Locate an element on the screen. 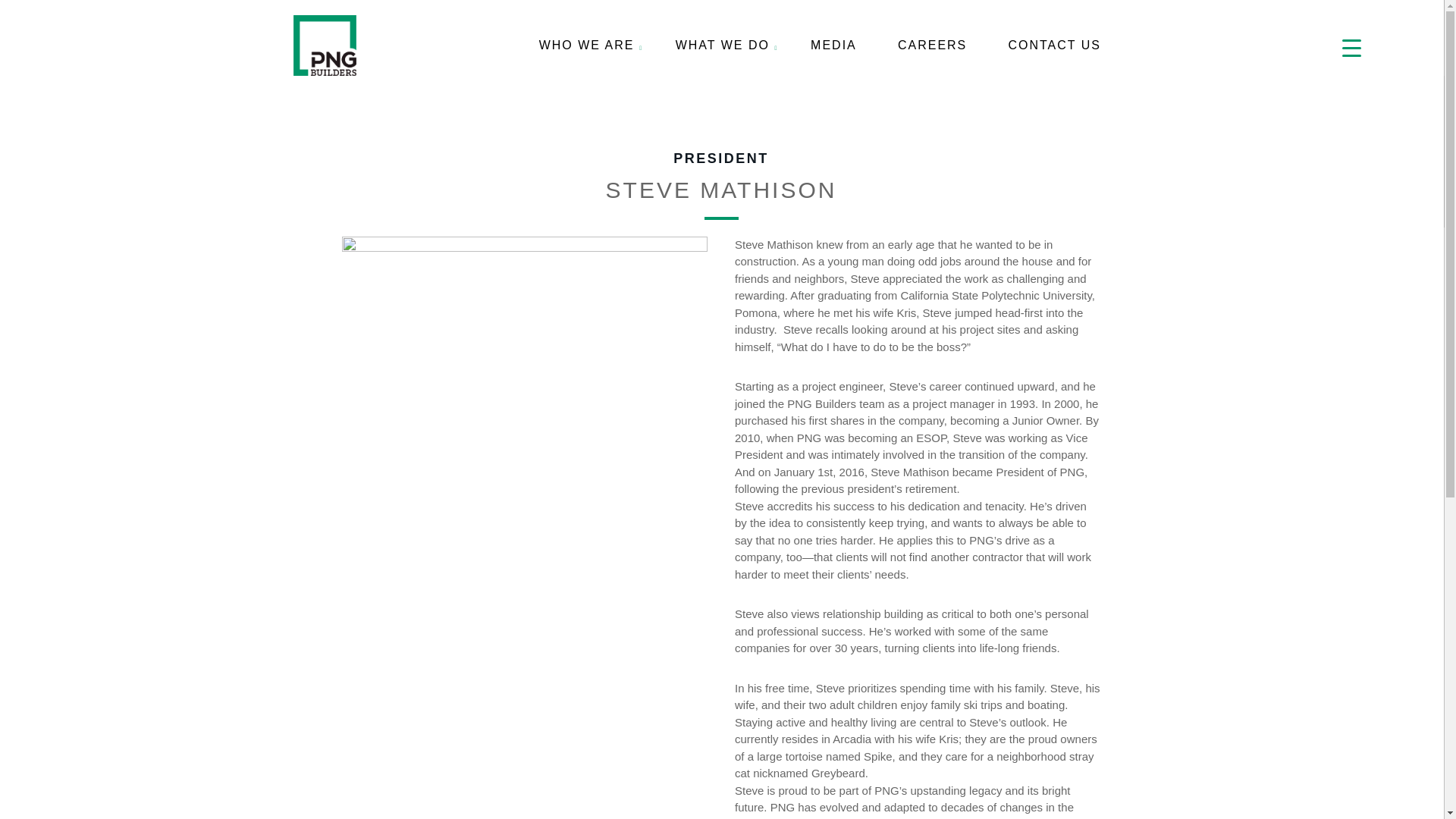  'CONTACT US' is located at coordinates (1053, 45).